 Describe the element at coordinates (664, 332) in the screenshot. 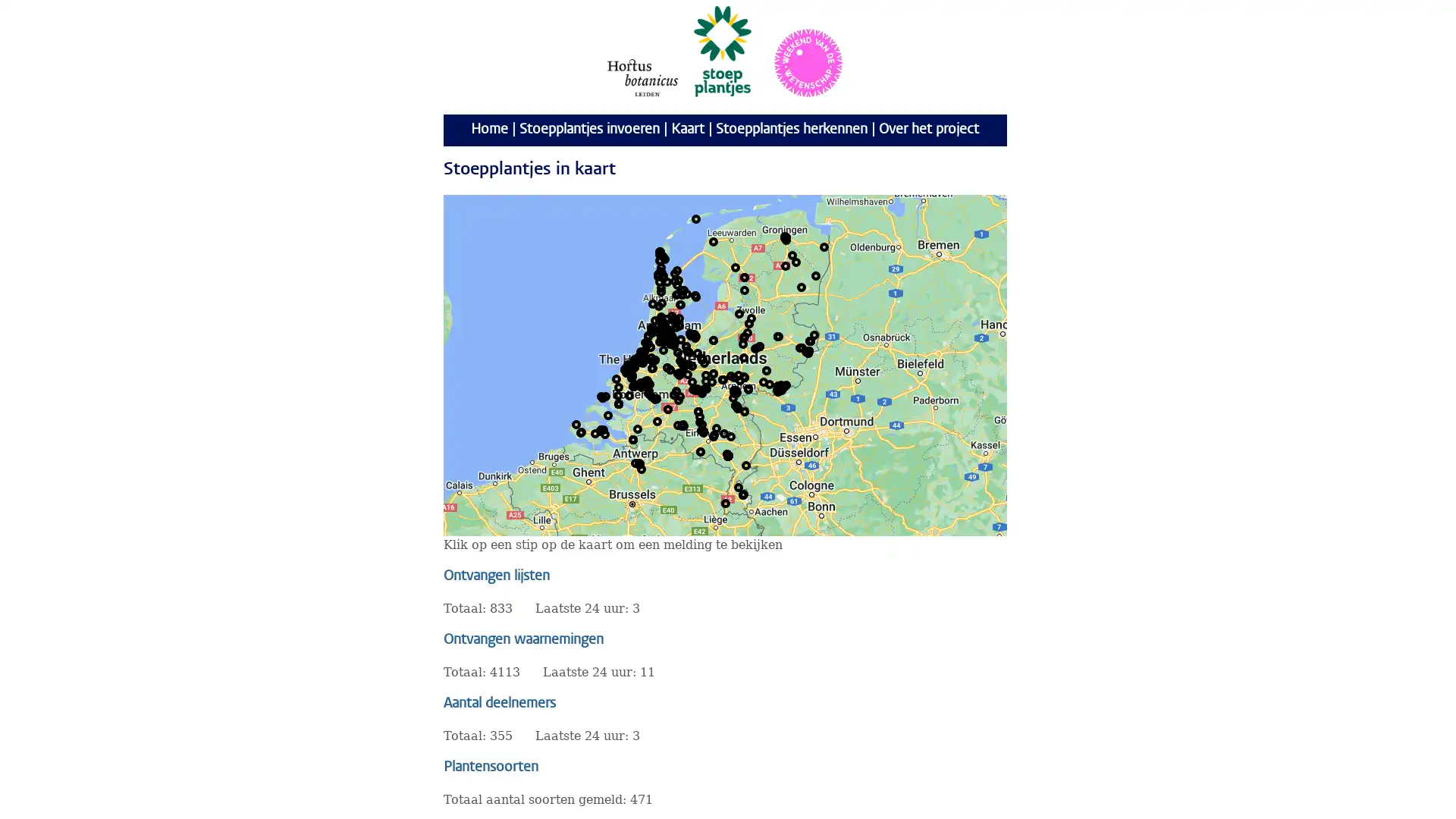

I see `Telling van op 19 oktober 2021` at that location.